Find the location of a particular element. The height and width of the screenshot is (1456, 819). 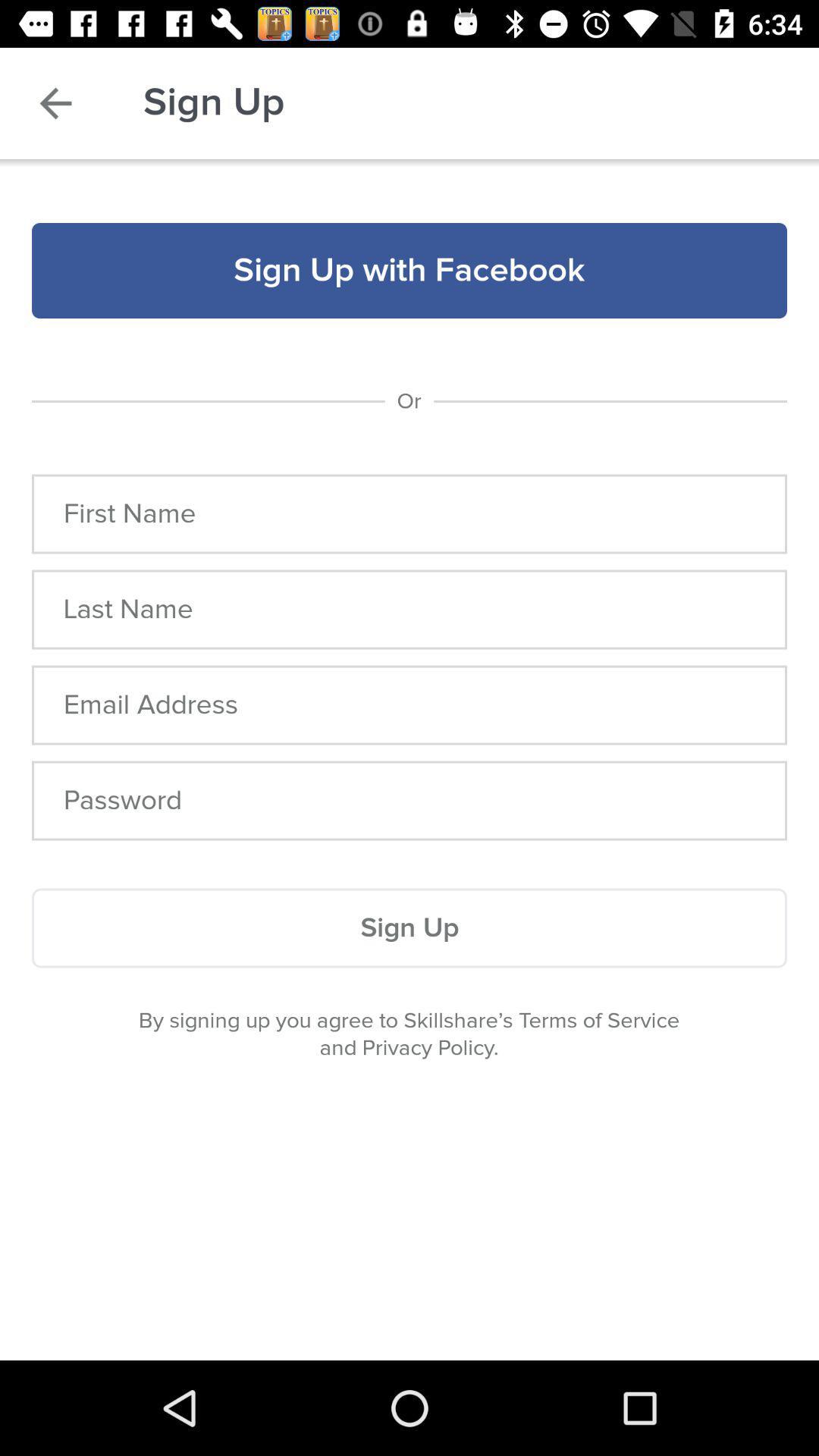

item above sign up icon is located at coordinates (409, 800).